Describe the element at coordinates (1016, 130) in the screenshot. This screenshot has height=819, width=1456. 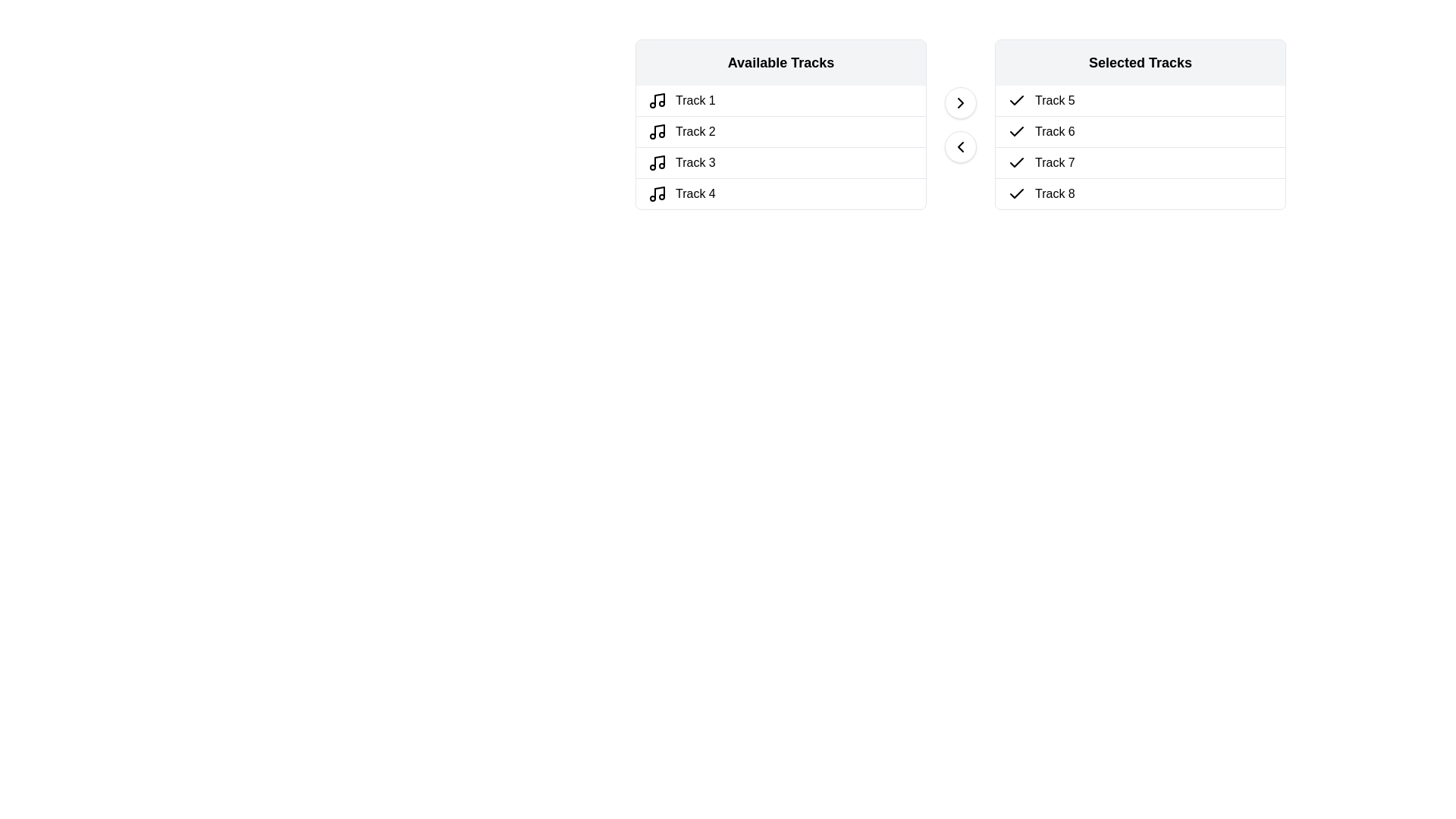
I see `the state of the 'Track 6' selection icon located in the 'Selected Tracks' section, next to the text 'Track 6'` at that location.